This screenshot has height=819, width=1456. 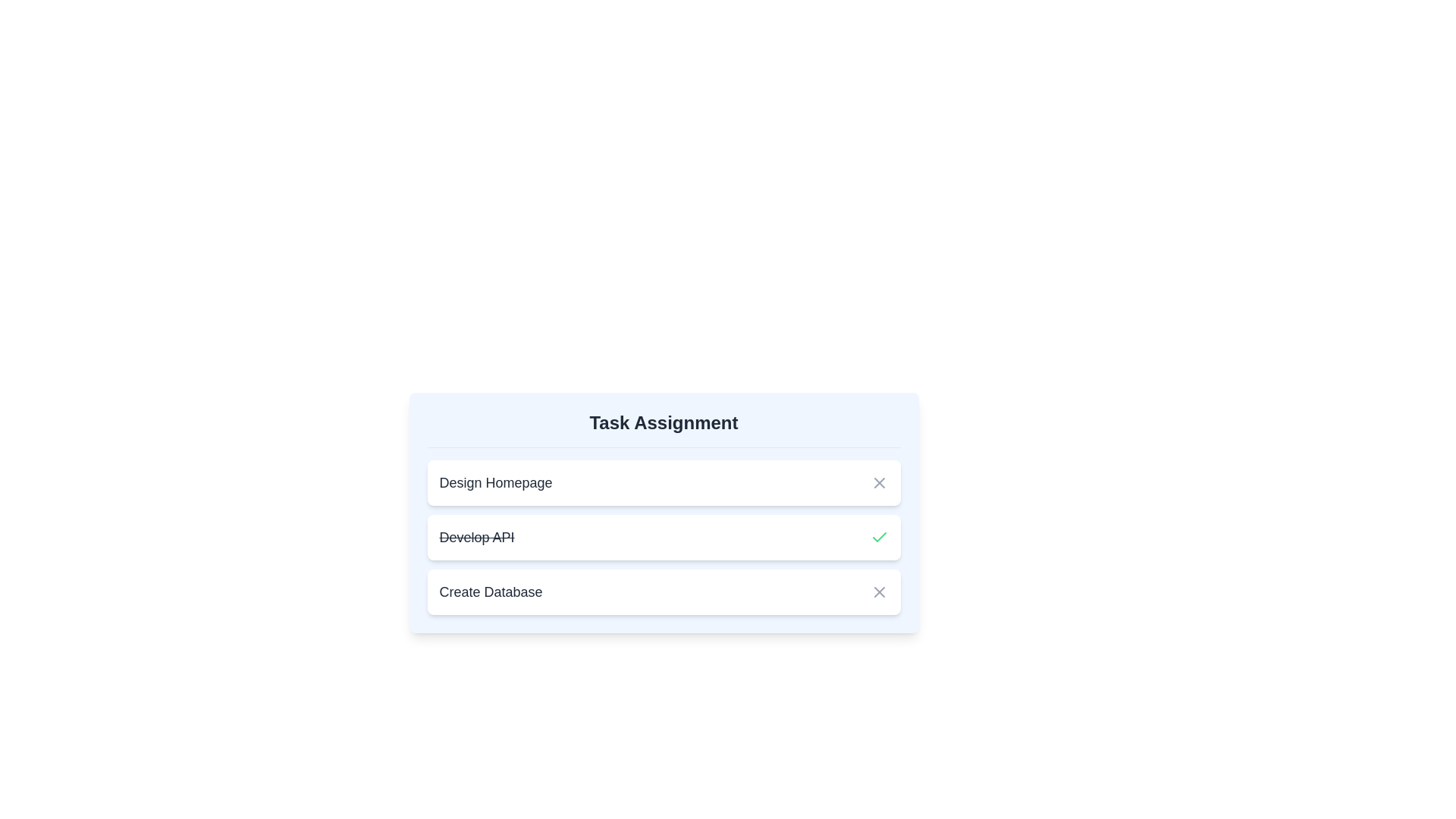 What do you see at coordinates (879, 536) in the screenshot?
I see `the green checkmark icon adjacent to the 'Develop API' text, which indicates completion or approval` at bounding box center [879, 536].